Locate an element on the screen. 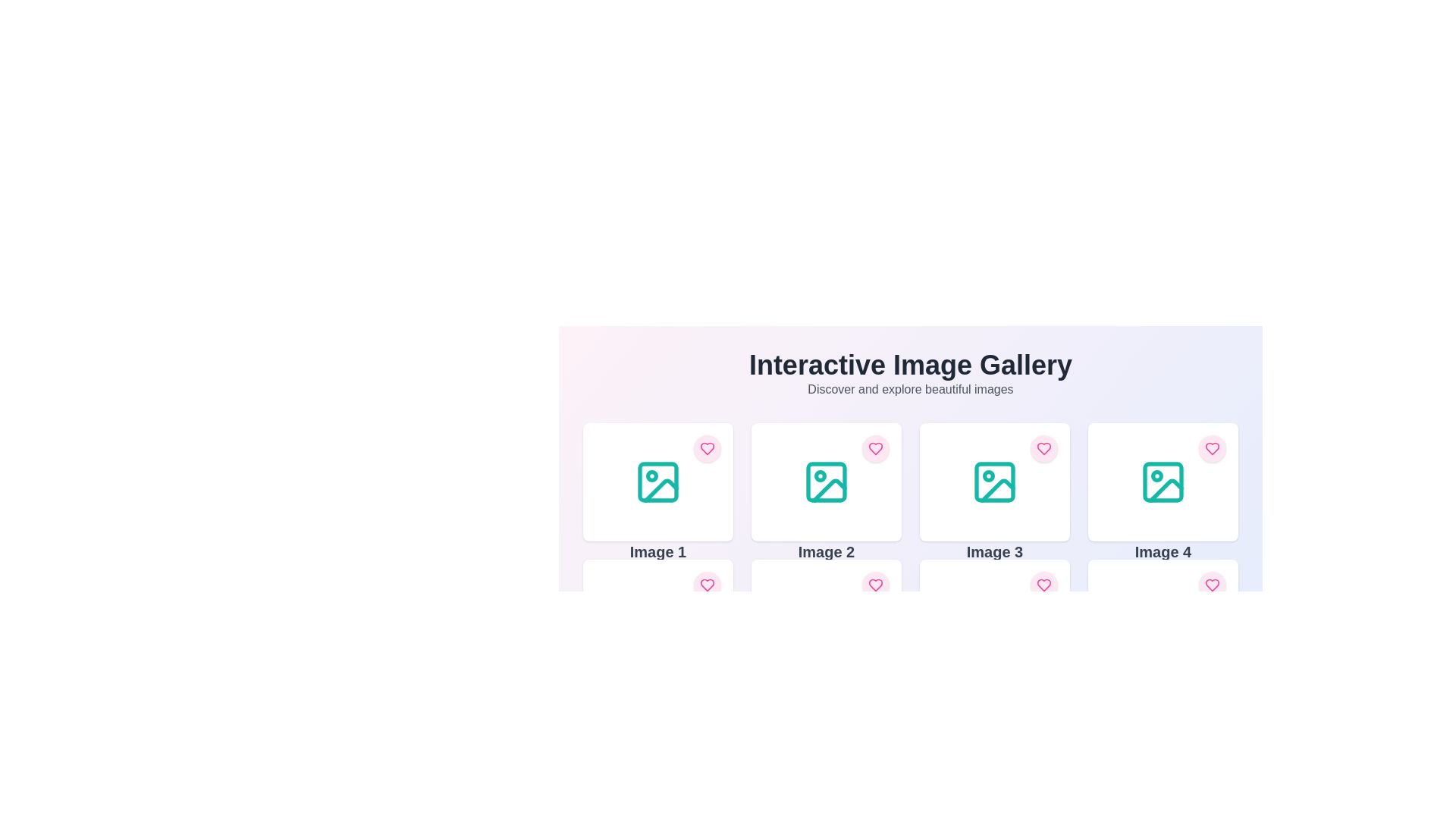  the circular pink button with a heart icon located in the top-right corner of the card labeled 'Image 1' in the gallery grid is located at coordinates (706, 447).